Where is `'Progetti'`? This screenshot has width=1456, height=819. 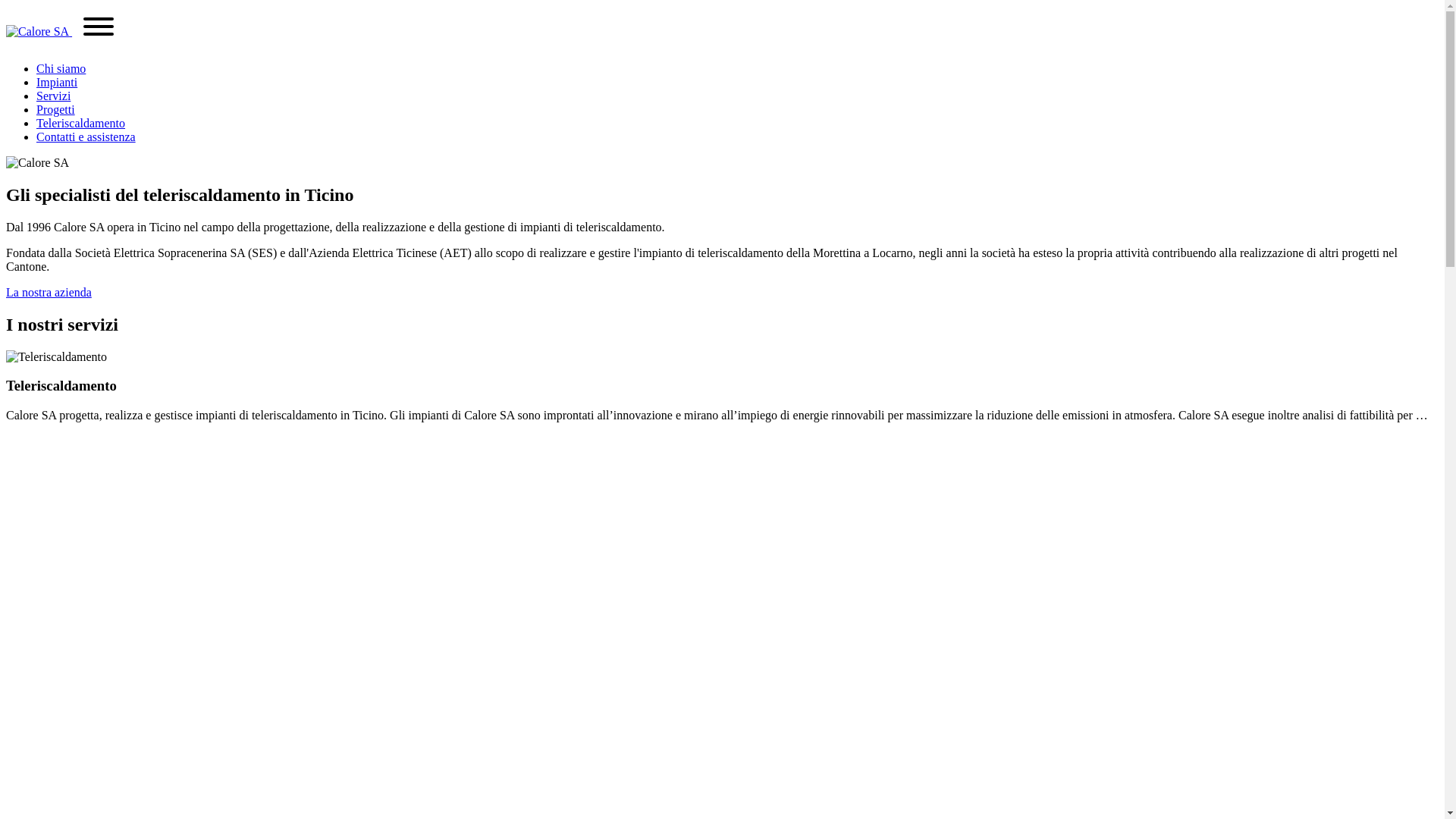
'Progetti' is located at coordinates (55, 108).